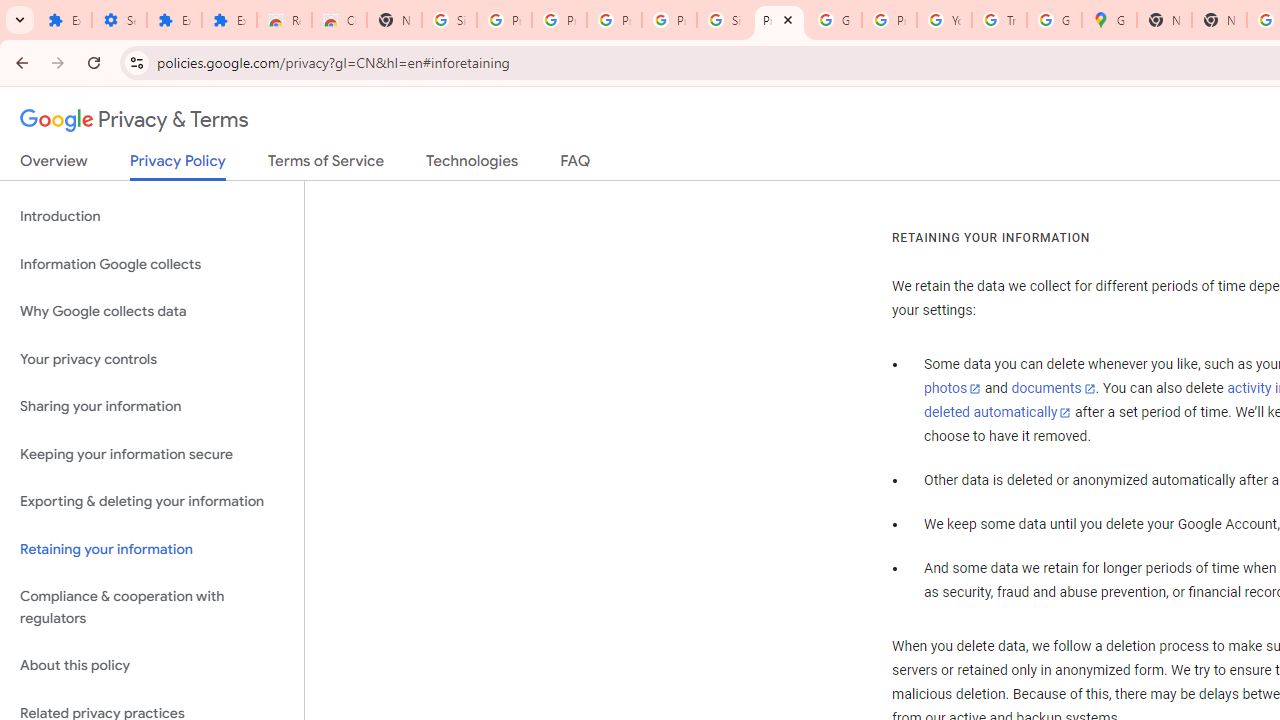 The height and width of the screenshot is (720, 1280). Describe the element at coordinates (339, 20) in the screenshot. I see `'Chrome Web Store - Themes'` at that location.